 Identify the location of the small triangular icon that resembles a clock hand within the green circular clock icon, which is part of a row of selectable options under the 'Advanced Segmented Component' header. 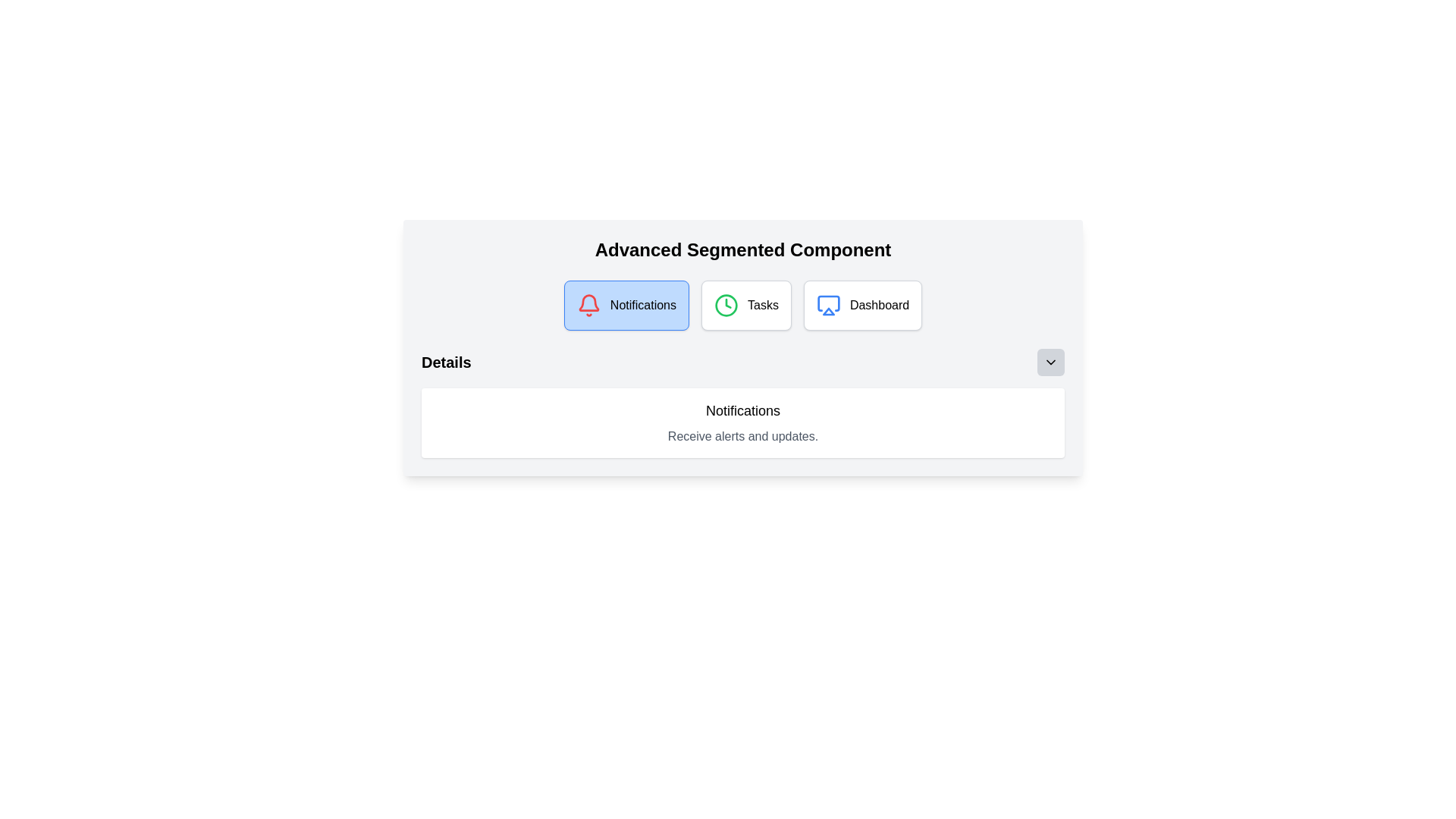
(728, 303).